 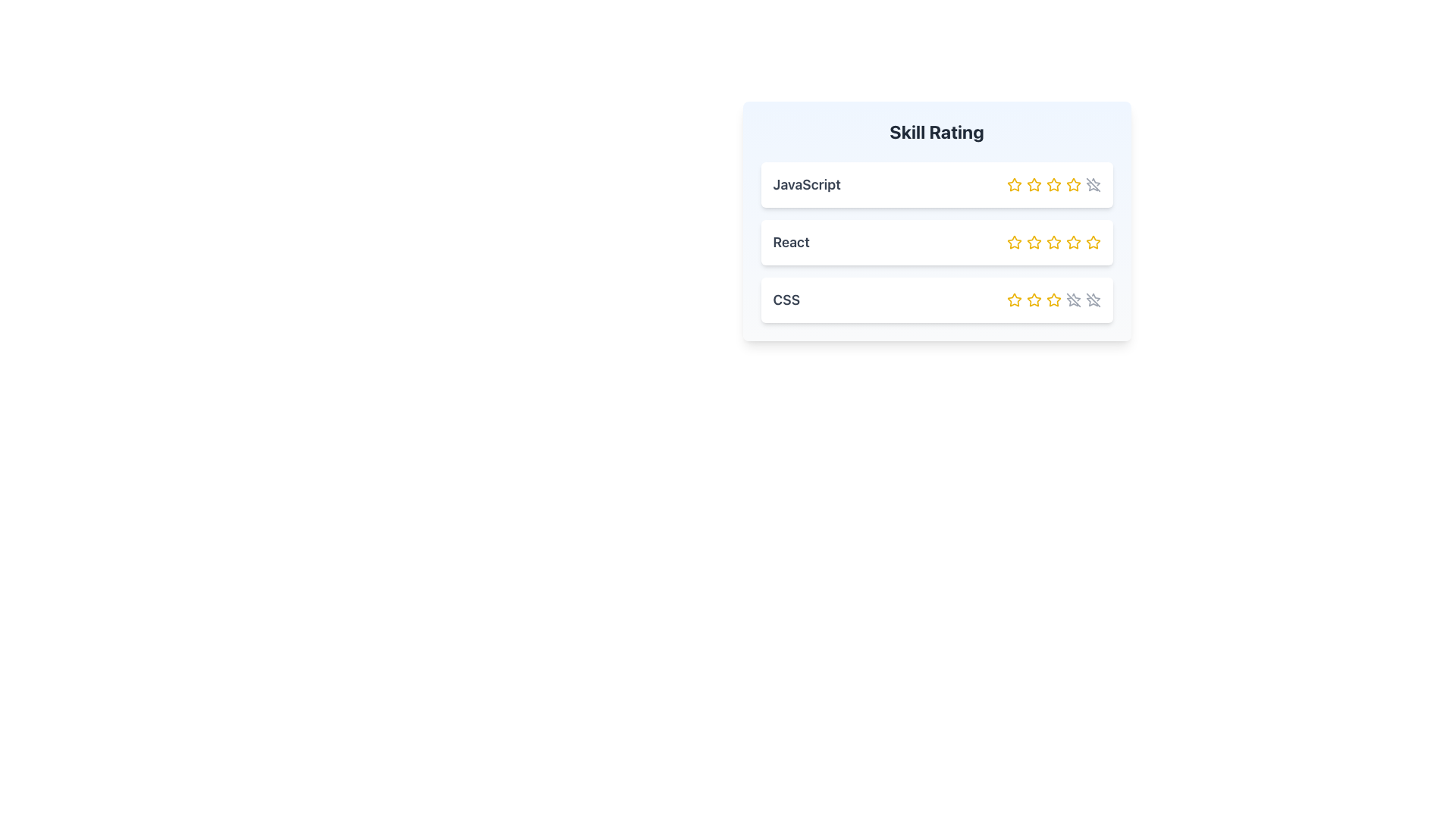 What do you see at coordinates (1014, 241) in the screenshot?
I see `the second yellow star in the middle row of the 'Skill Rating' section` at bounding box center [1014, 241].